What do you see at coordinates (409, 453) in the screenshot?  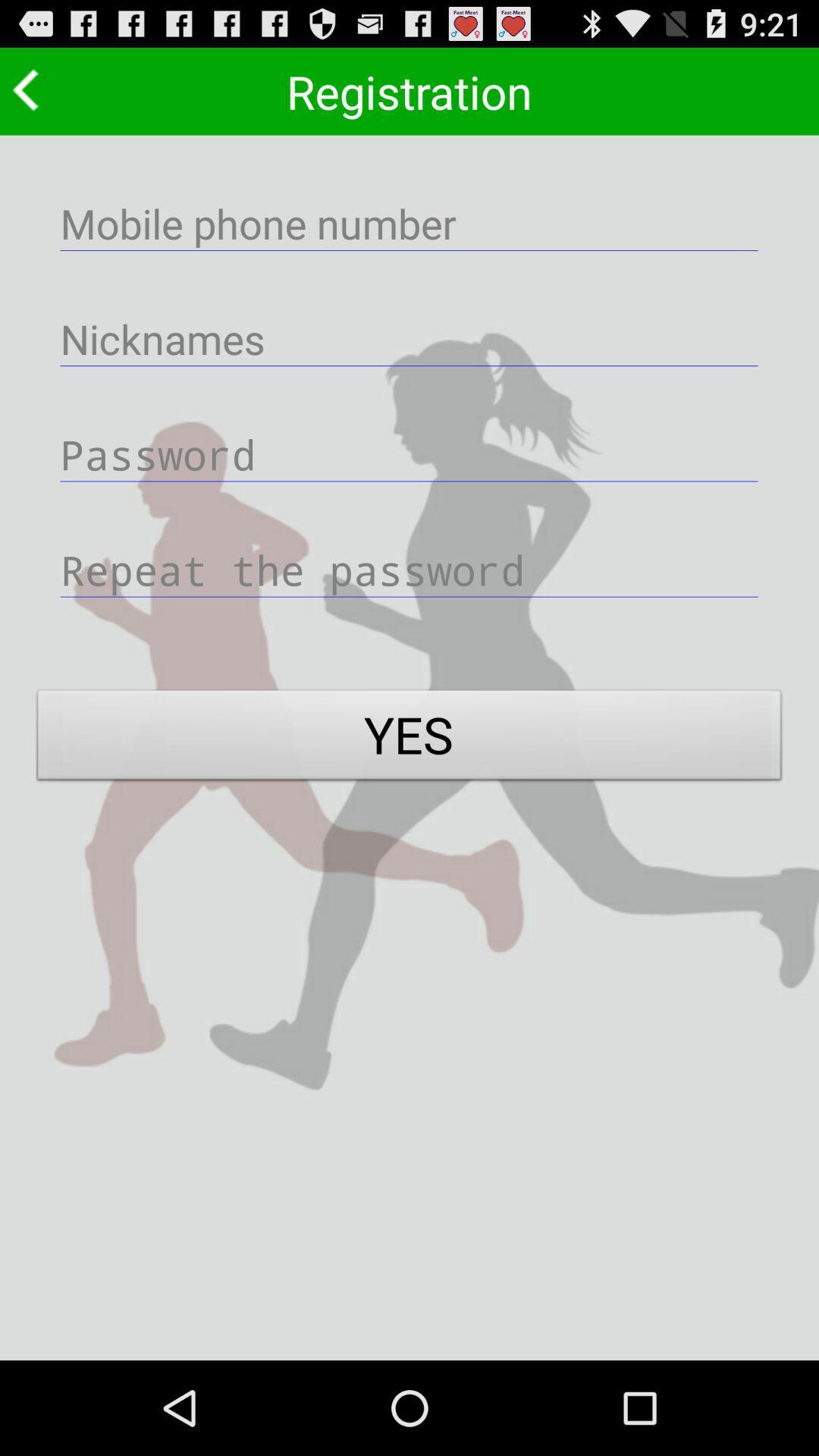 I see `the password` at bounding box center [409, 453].